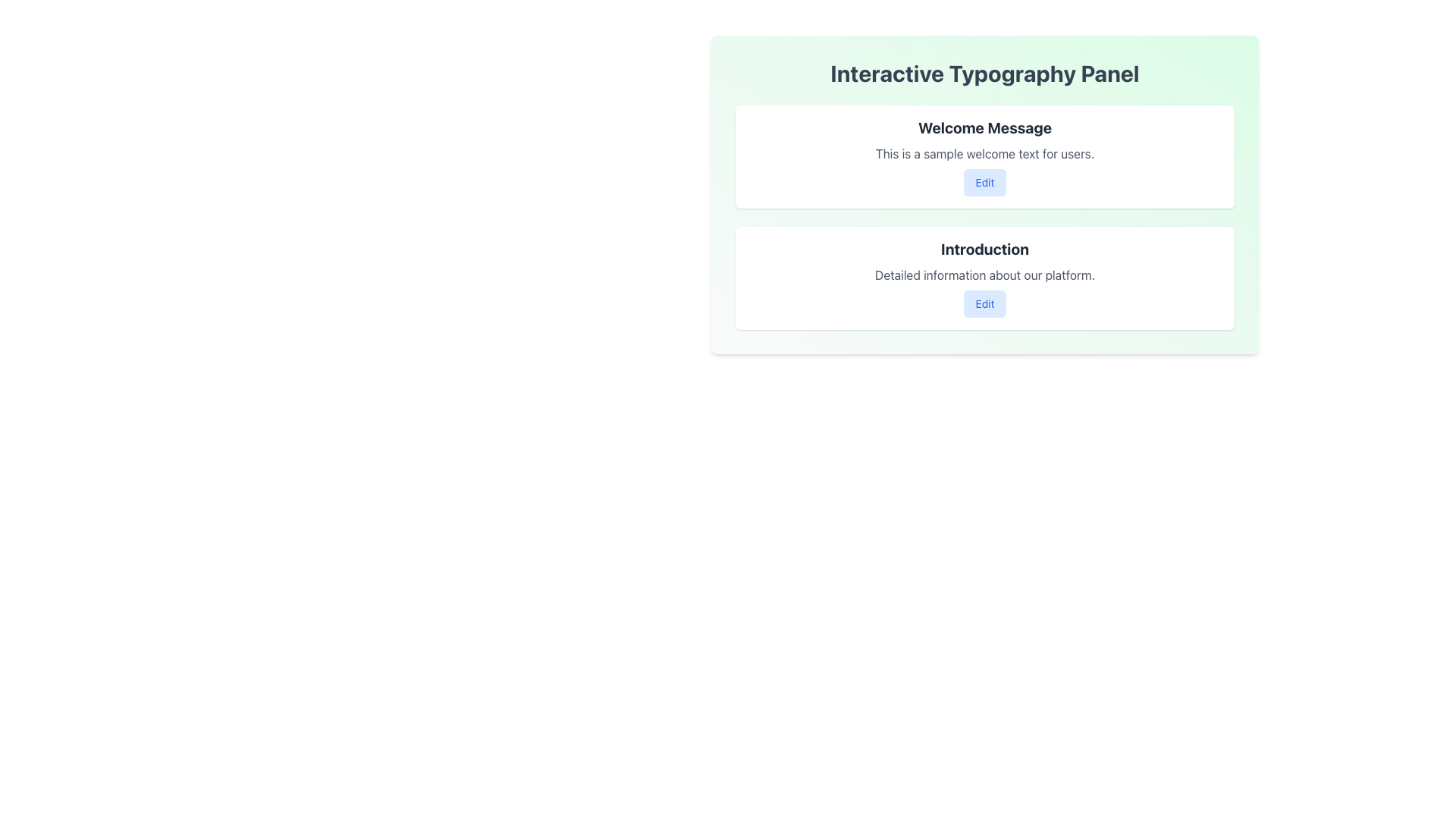  What do you see at coordinates (985, 278) in the screenshot?
I see `the 'Introduction' section` at bounding box center [985, 278].